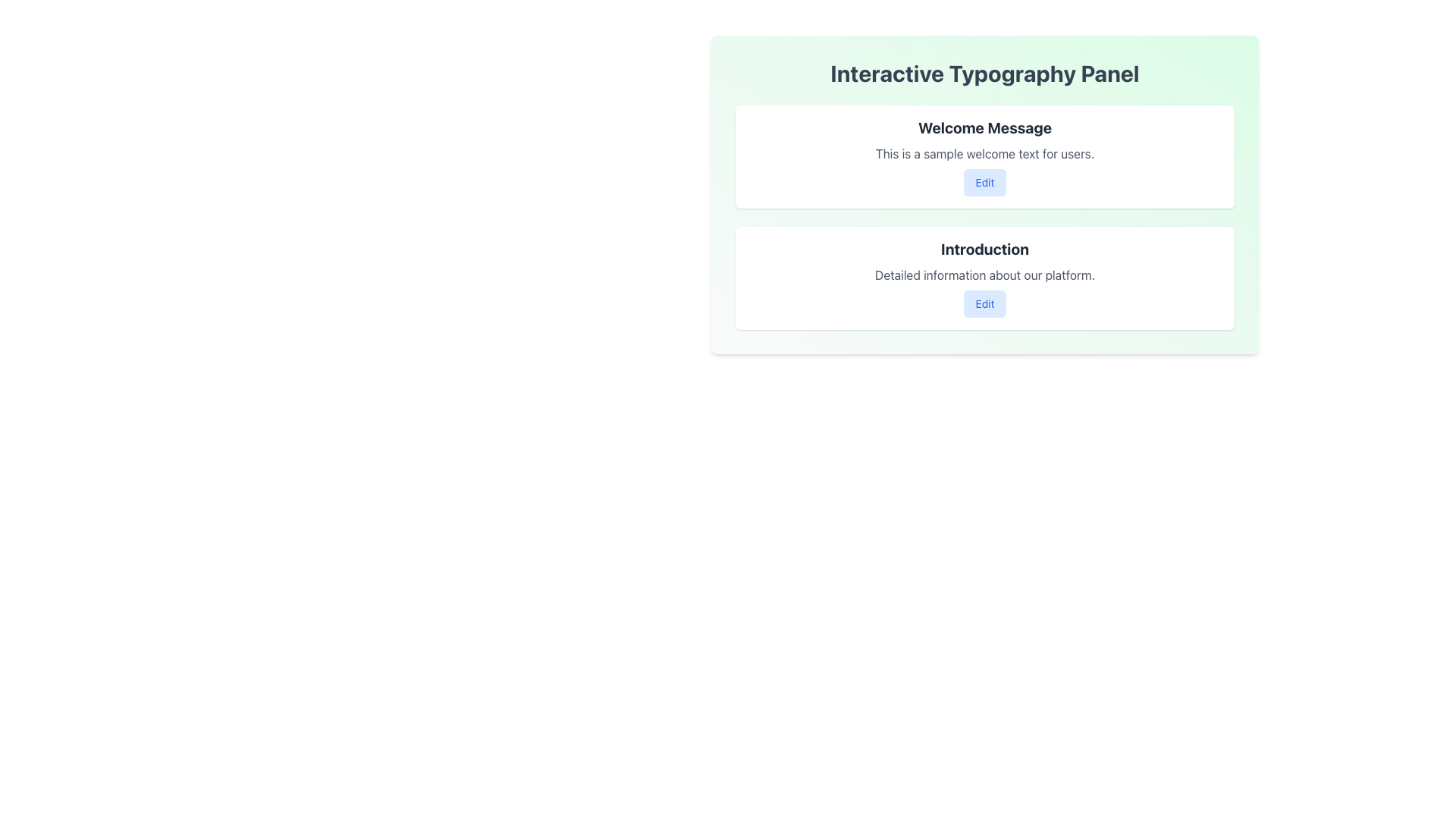  What do you see at coordinates (985, 278) in the screenshot?
I see `the 'Introduction' section` at bounding box center [985, 278].